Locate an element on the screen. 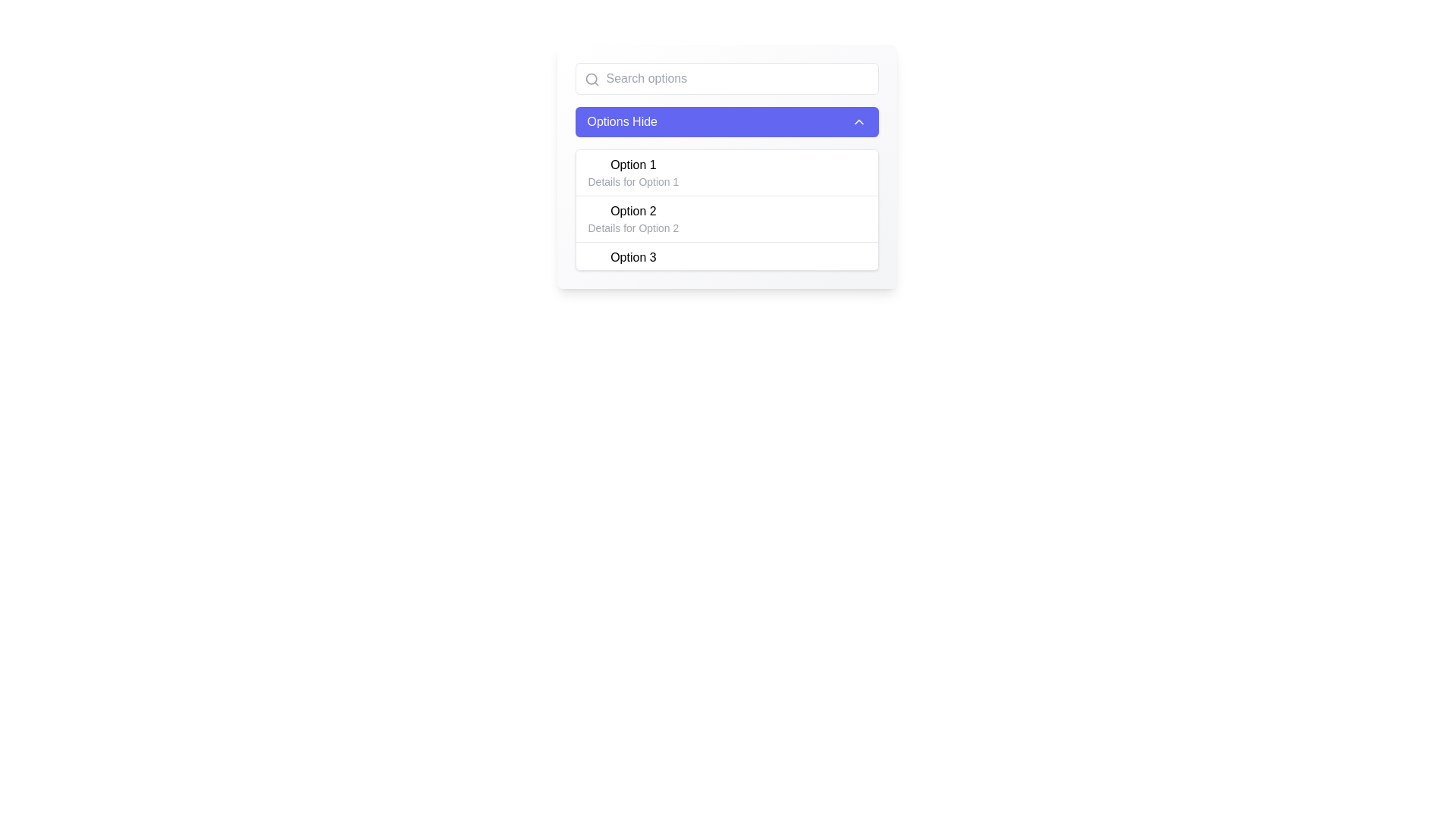 The height and width of the screenshot is (819, 1456). the magnifying glass icon located at the top-left corner of the search bar is located at coordinates (590, 79).